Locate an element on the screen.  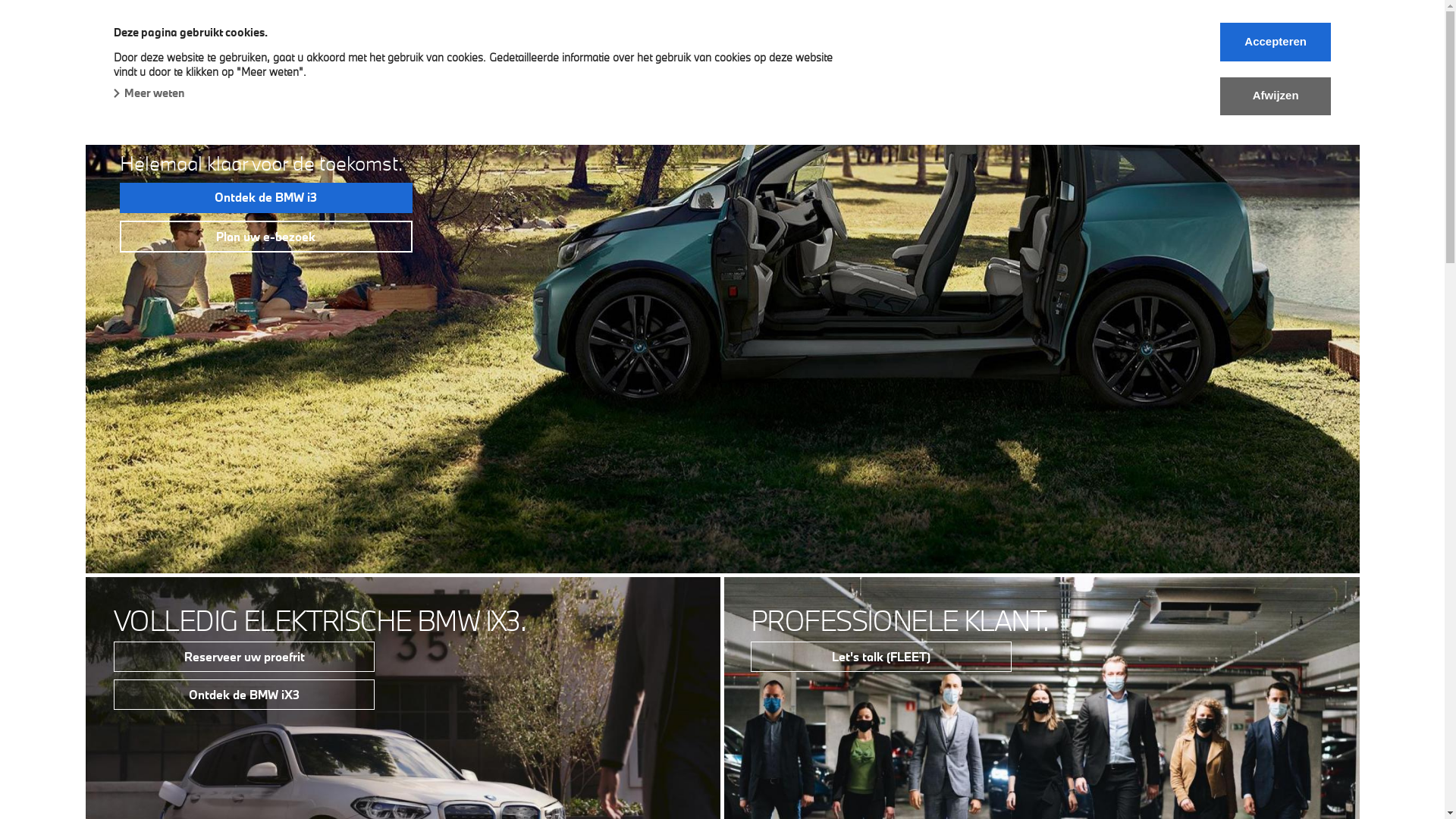
'Meer weten' is located at coordinates (112, 93).